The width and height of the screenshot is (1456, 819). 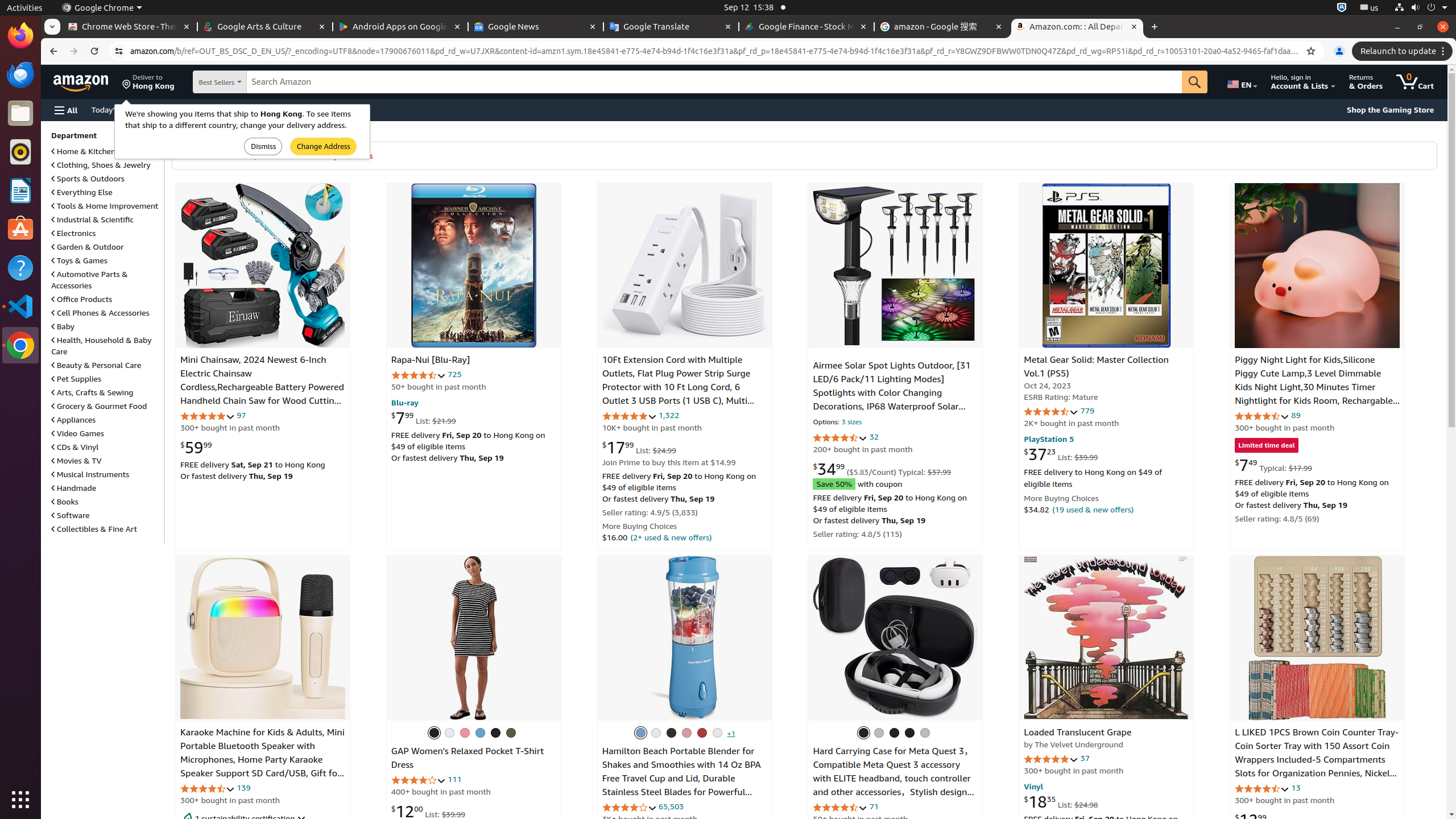 I want to click on 'Automotive Parts & Accessories', so click(x=89, y=279).